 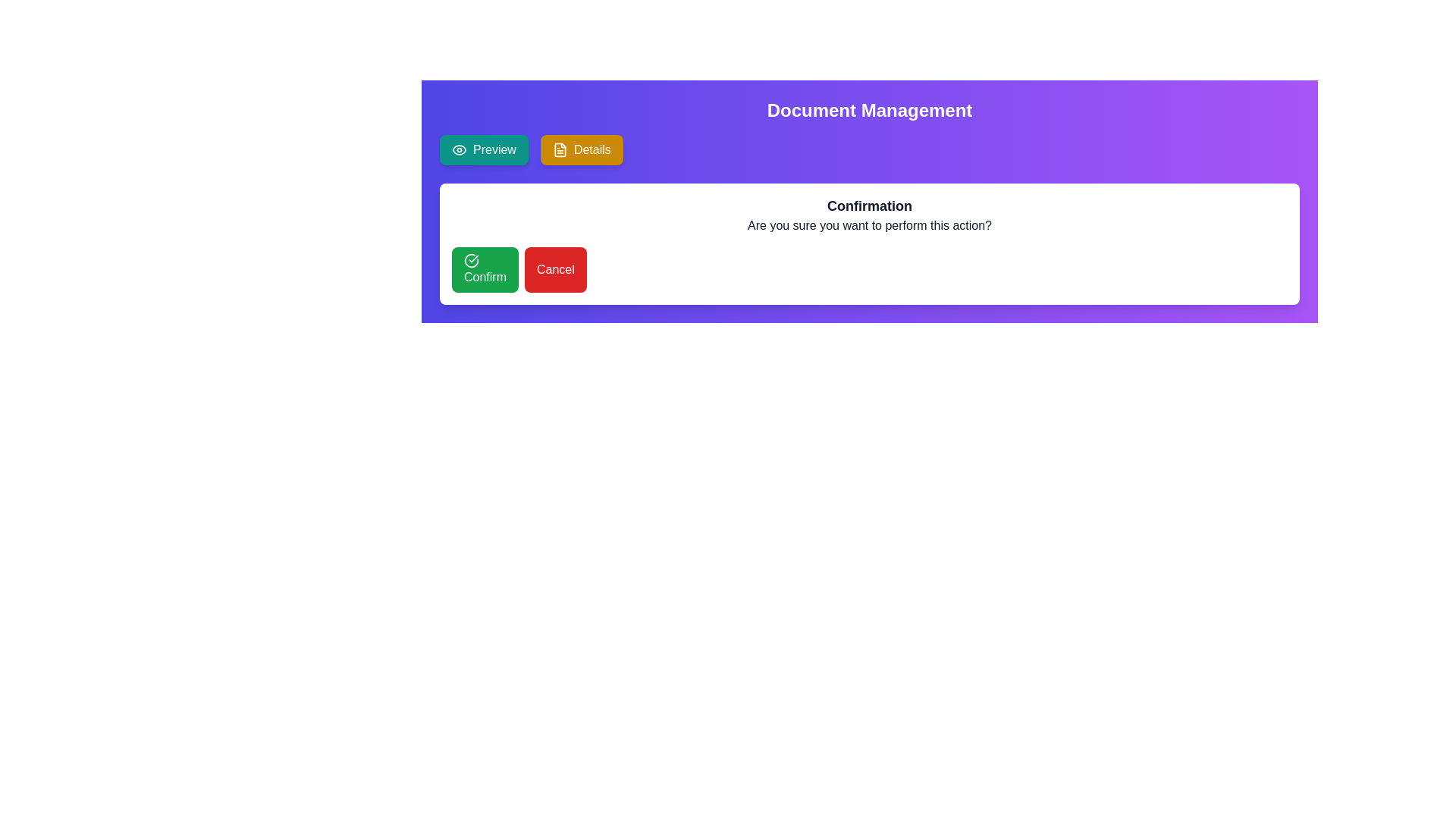 I want to click on the 'Details' button located in the horizontal toolbar under 'Document Management' to trigger visual feedback, so click(x=581, y=149).